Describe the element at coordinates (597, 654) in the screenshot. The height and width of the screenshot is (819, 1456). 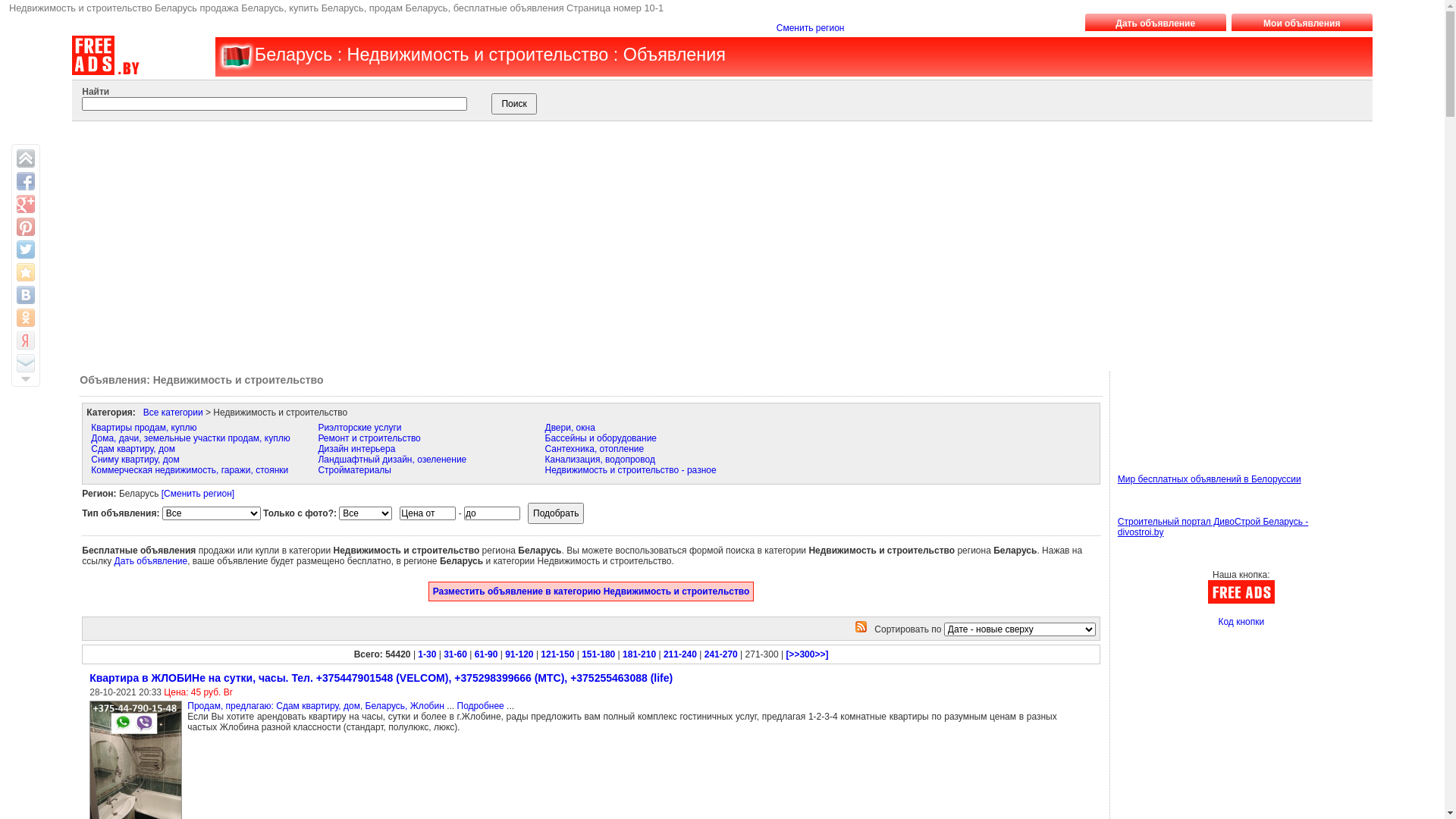
I see `'151-180'` at that location.